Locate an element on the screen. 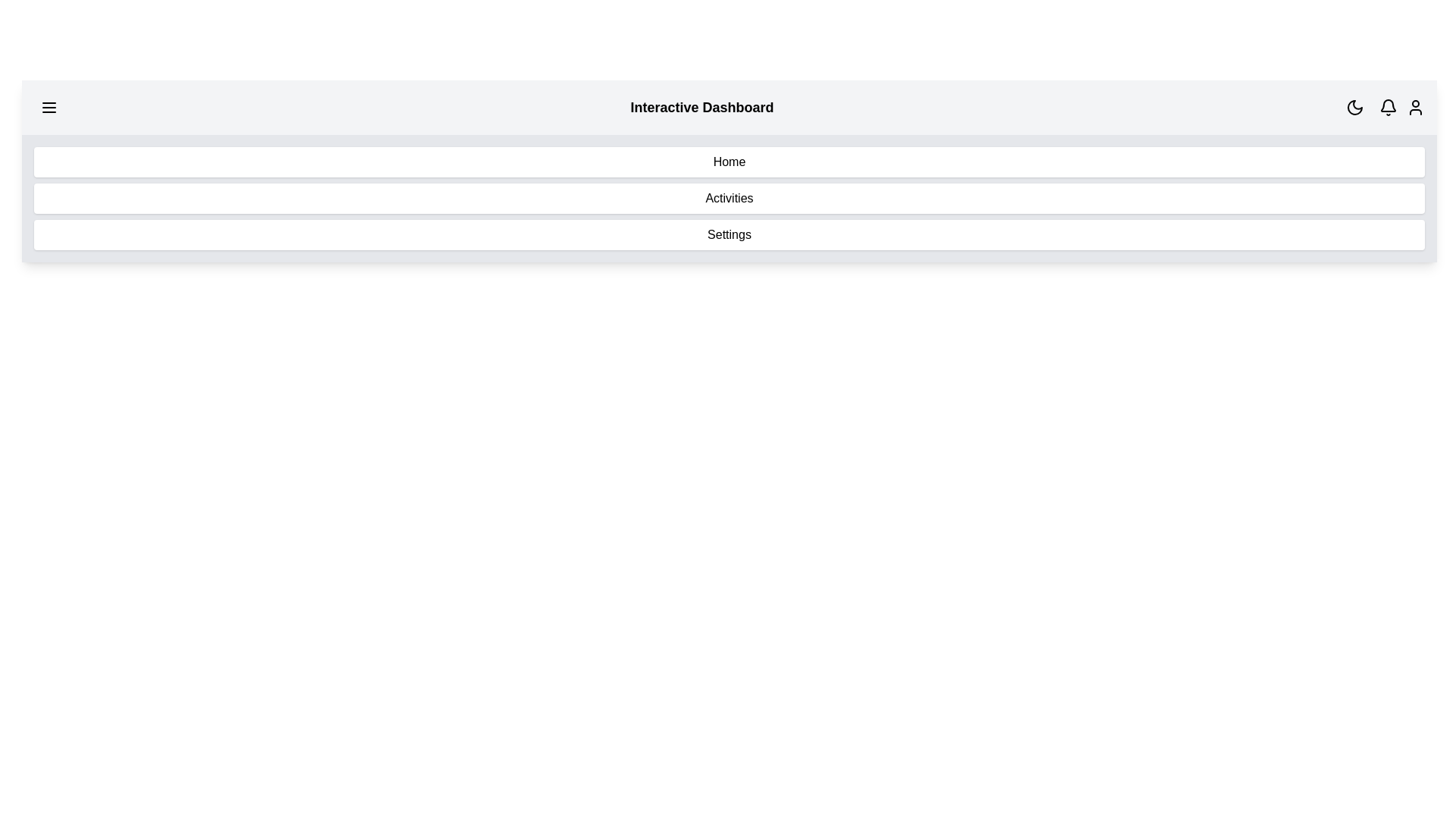 The height and width of the screenshot is (819, 1456). the user profile icon in the top right corner of the app bar is located at coordinates (1415, 107).